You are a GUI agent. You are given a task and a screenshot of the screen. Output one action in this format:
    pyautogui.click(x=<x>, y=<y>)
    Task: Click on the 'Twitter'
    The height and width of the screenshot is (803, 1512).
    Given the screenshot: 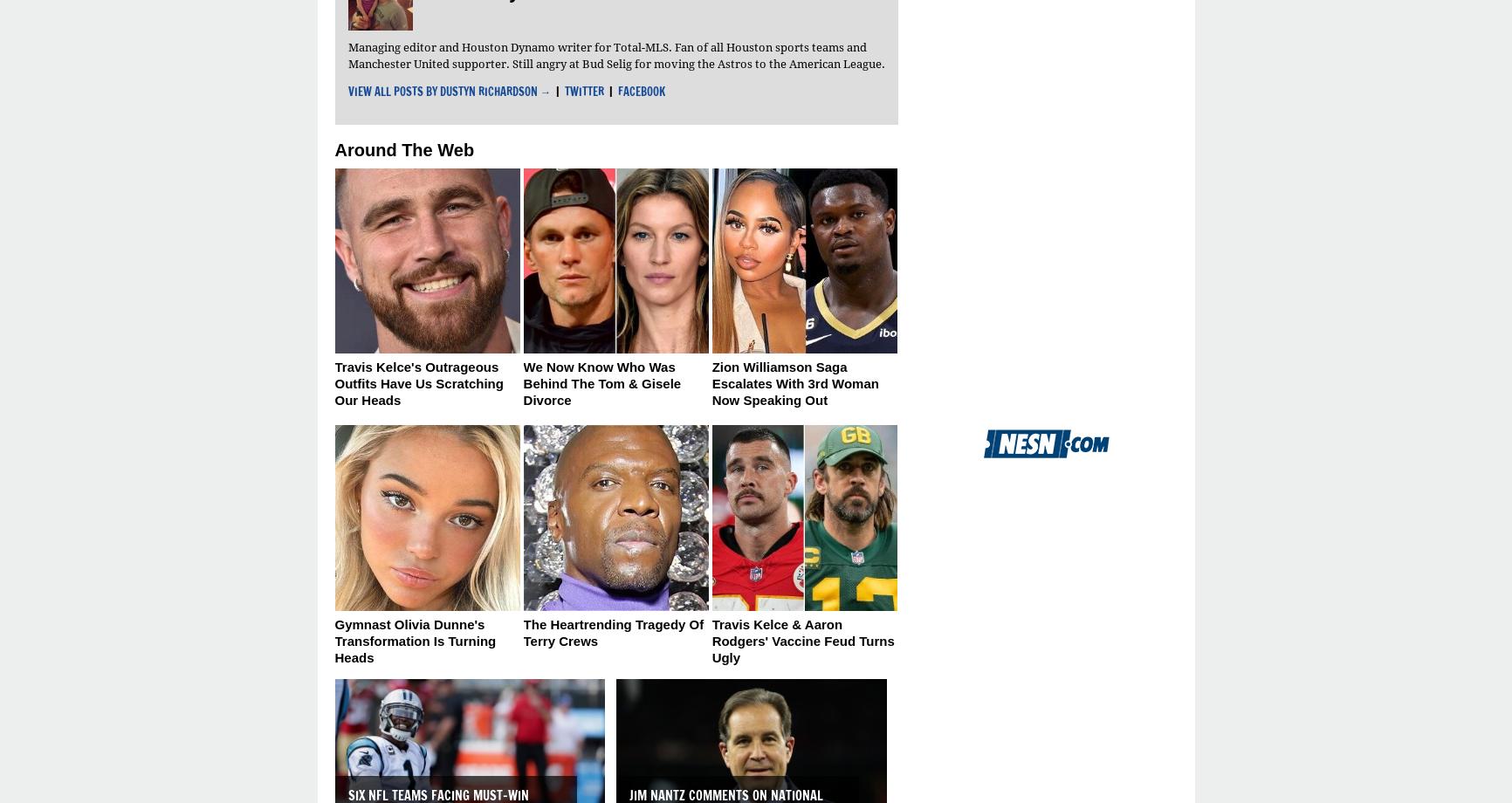 What is the action you would take?
    pyautogui.click(x=565, y=90)
    